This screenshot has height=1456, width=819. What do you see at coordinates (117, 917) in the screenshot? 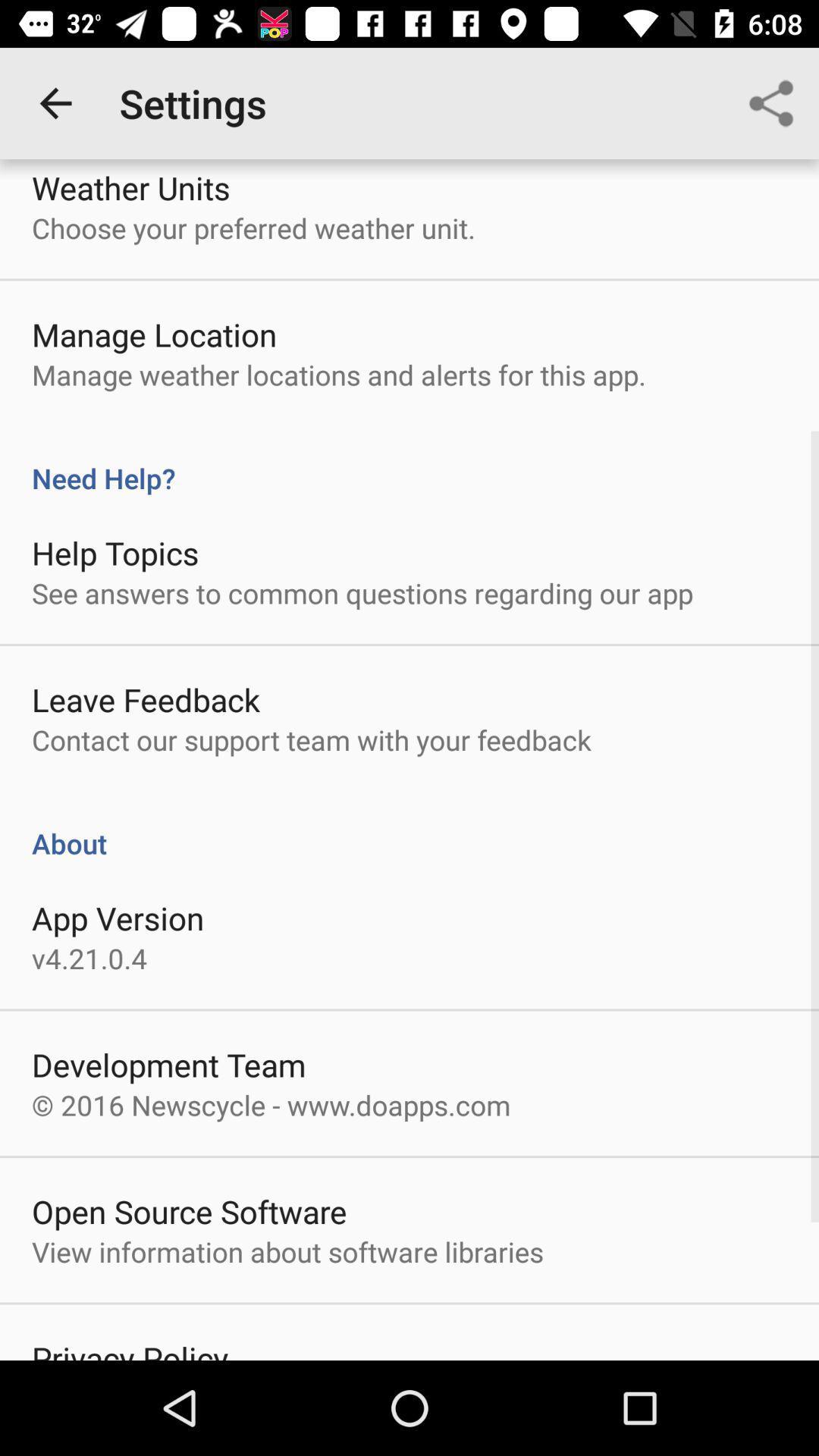
I see `icon below about item` at bounding box center [117, 917].